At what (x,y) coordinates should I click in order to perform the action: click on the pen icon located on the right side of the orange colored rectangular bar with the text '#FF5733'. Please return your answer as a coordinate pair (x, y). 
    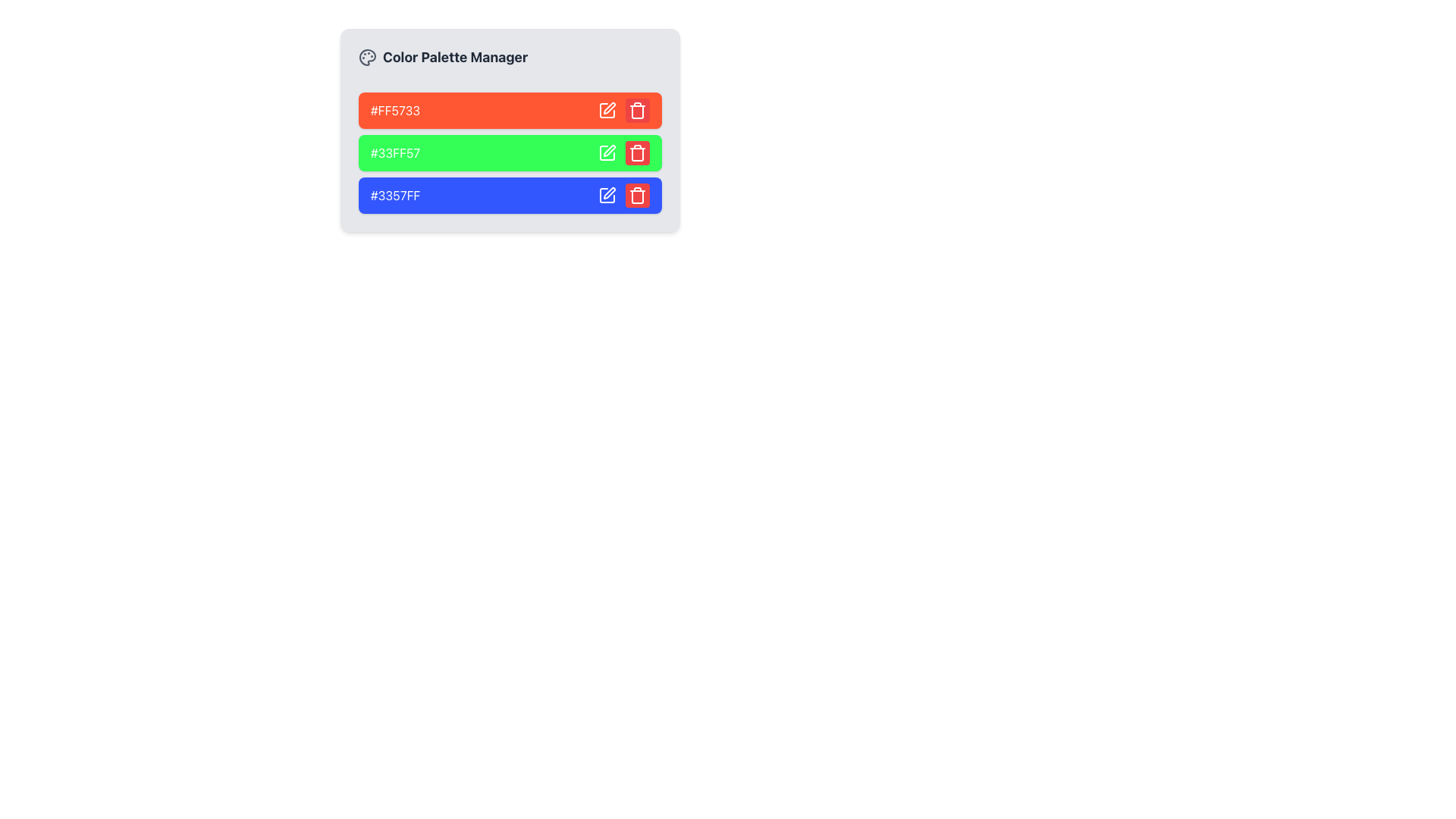
    Looking at the image, I should click on (610, 107).